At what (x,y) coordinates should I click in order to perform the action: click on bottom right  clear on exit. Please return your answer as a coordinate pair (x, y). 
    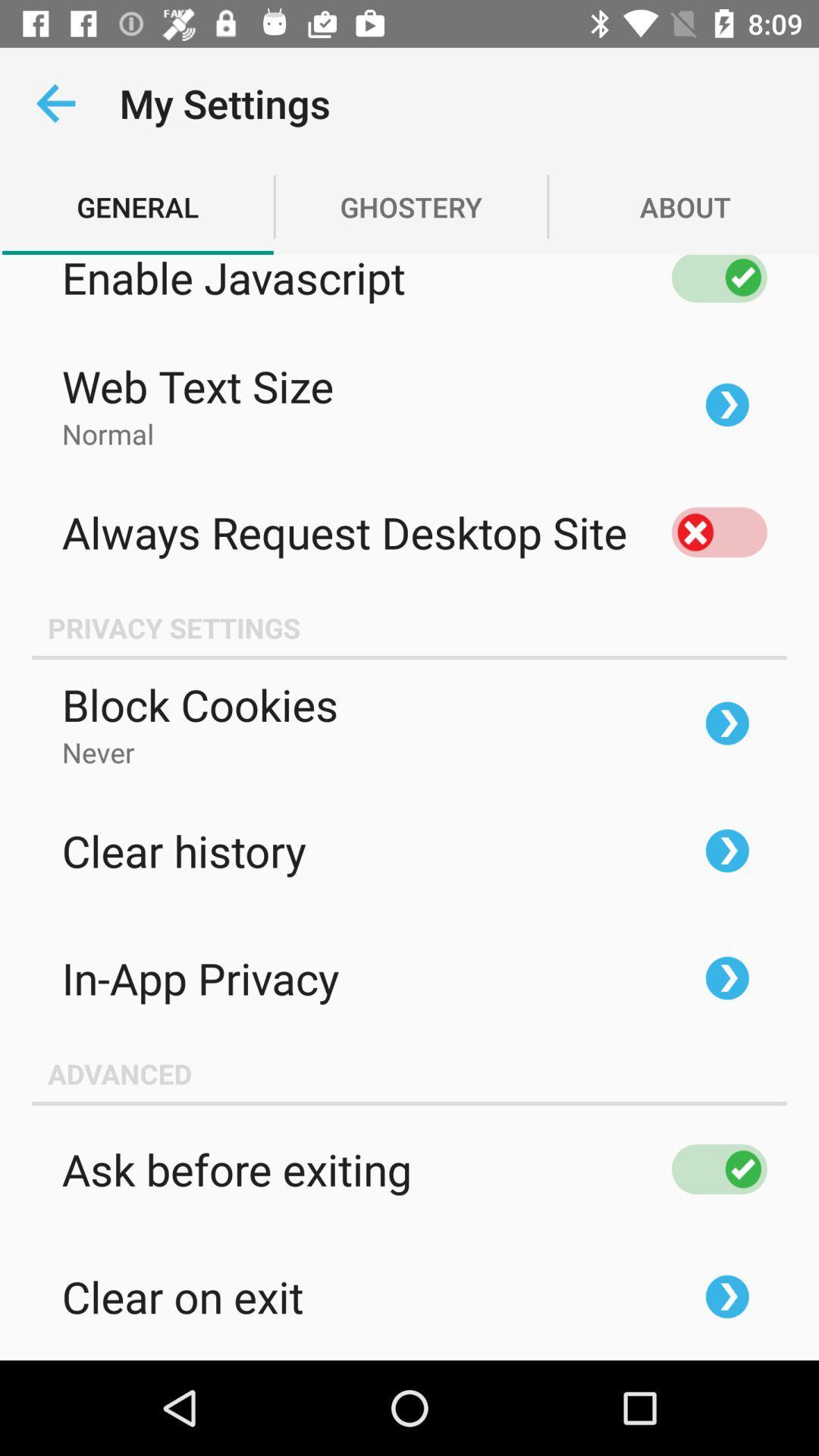
    Looking at the image, I should click on (726, 1295).